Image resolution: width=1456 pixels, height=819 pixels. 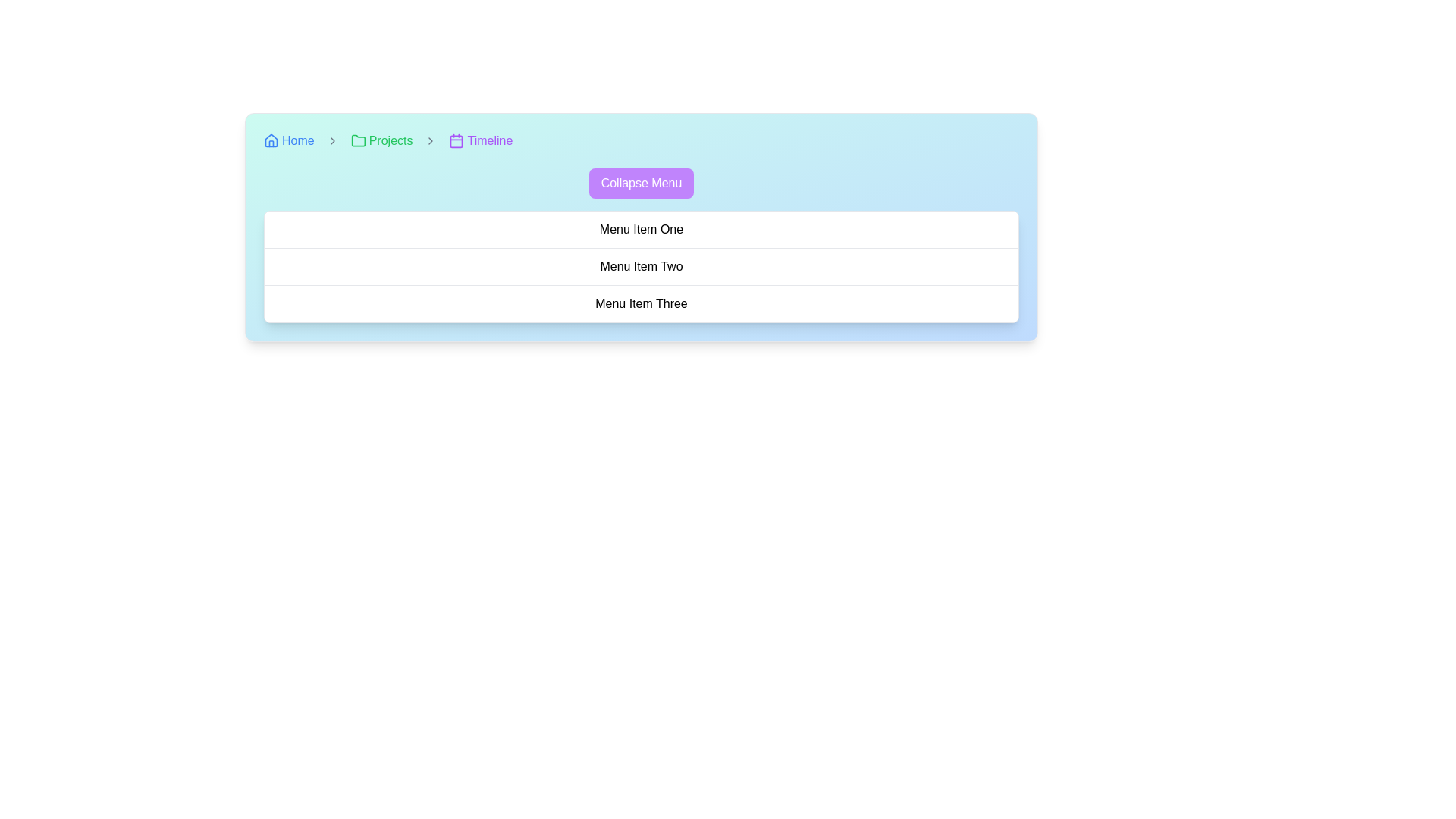 I want to click on the top-most menu item labeled 'Menu Item One' in a bold, dark font, so click(x=641, y=230).